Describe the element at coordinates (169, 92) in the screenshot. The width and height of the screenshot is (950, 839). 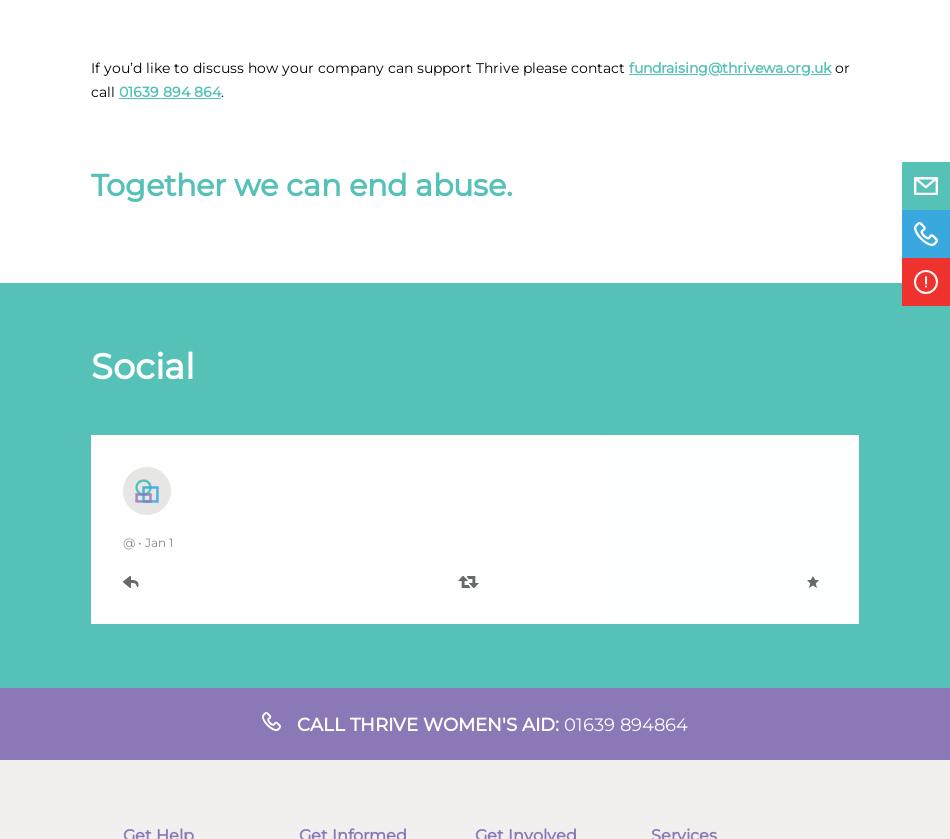
I see `'01639 894 864'` at that location.